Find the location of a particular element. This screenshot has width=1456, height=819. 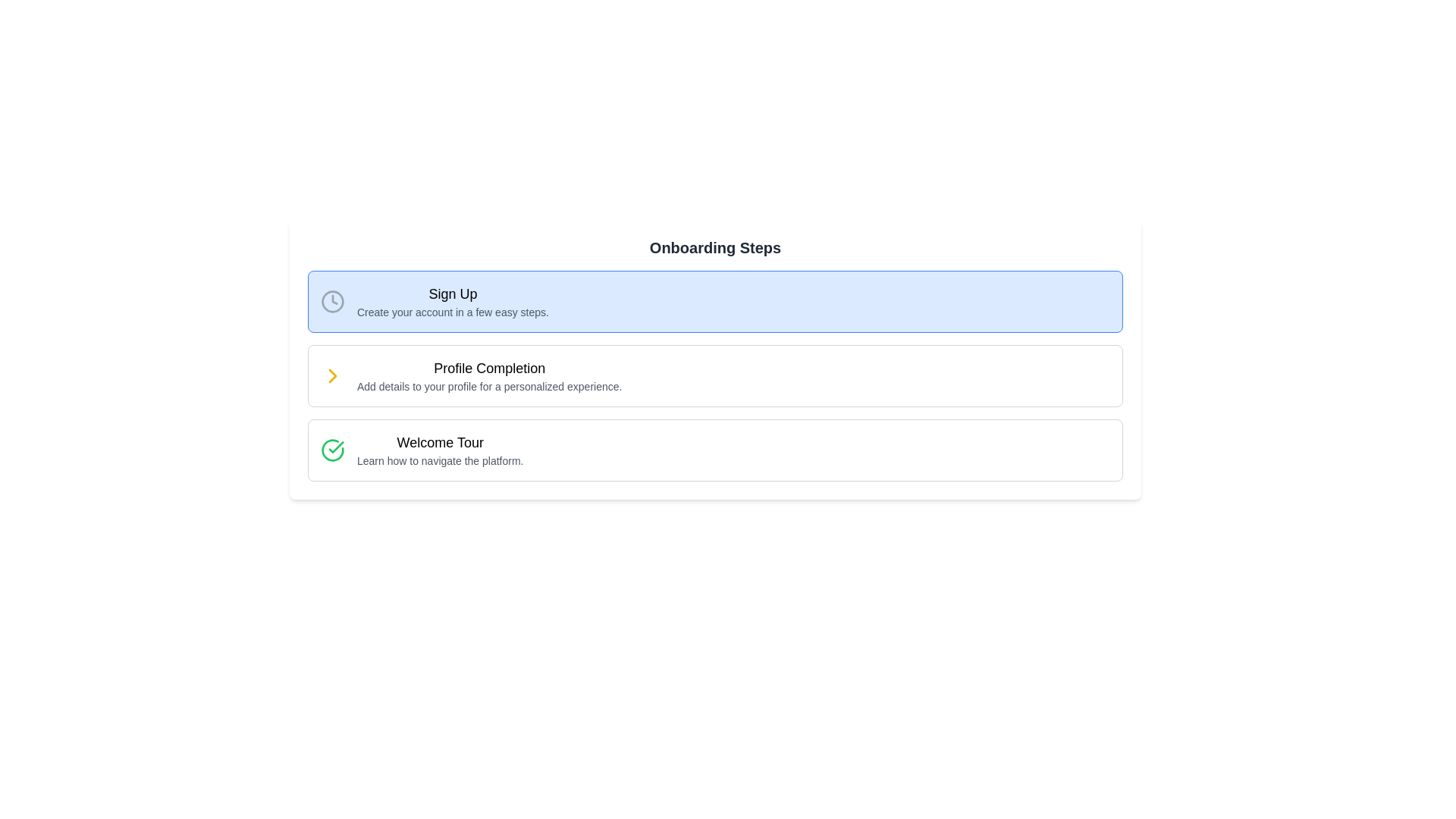

the time or promptness icon located at the top-left of the 'Sign Up' button, which indicates quick and efficient account creation is located at coordinates (331, 301).